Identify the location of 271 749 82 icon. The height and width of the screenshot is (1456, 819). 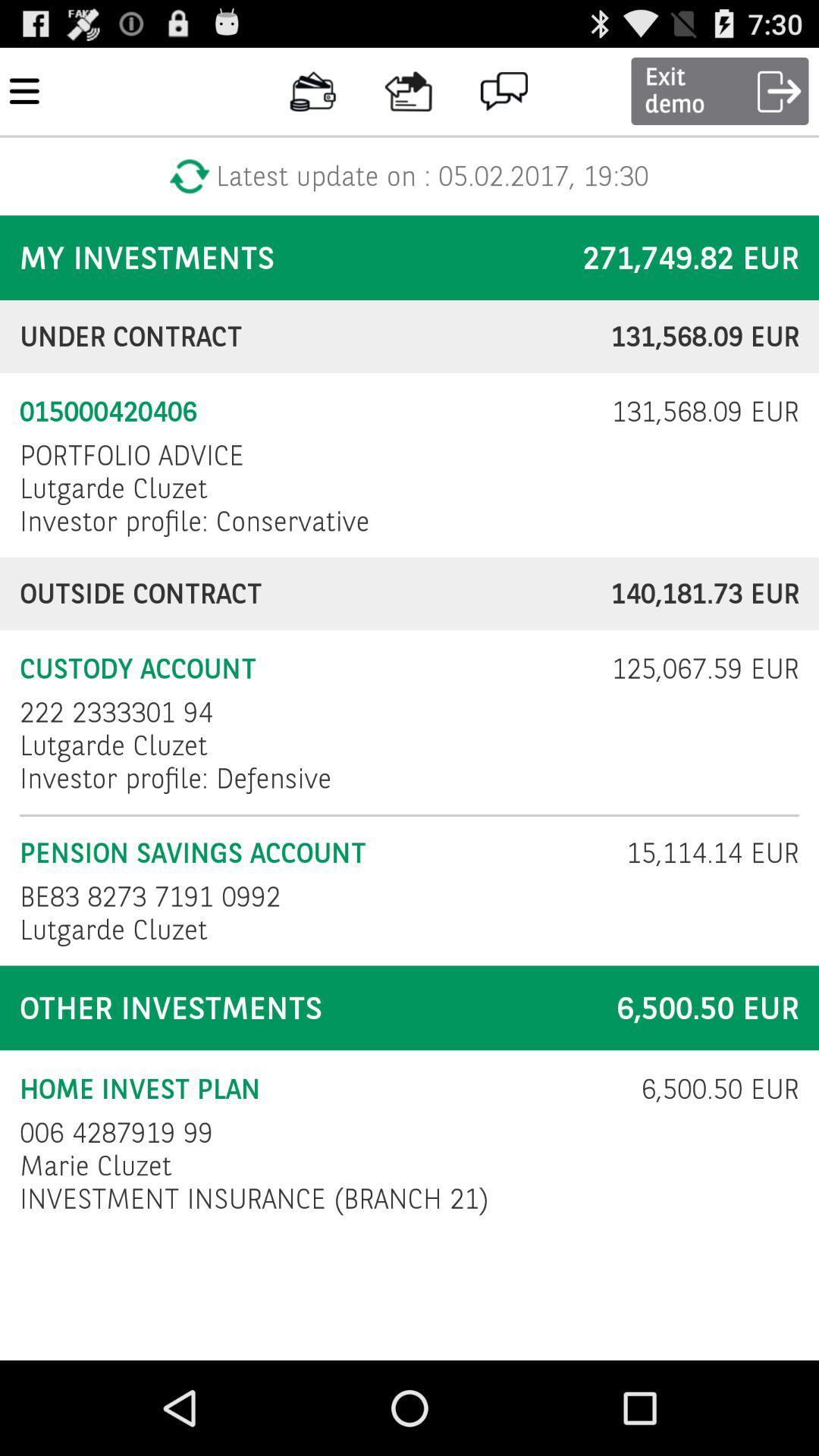
(691, 258).